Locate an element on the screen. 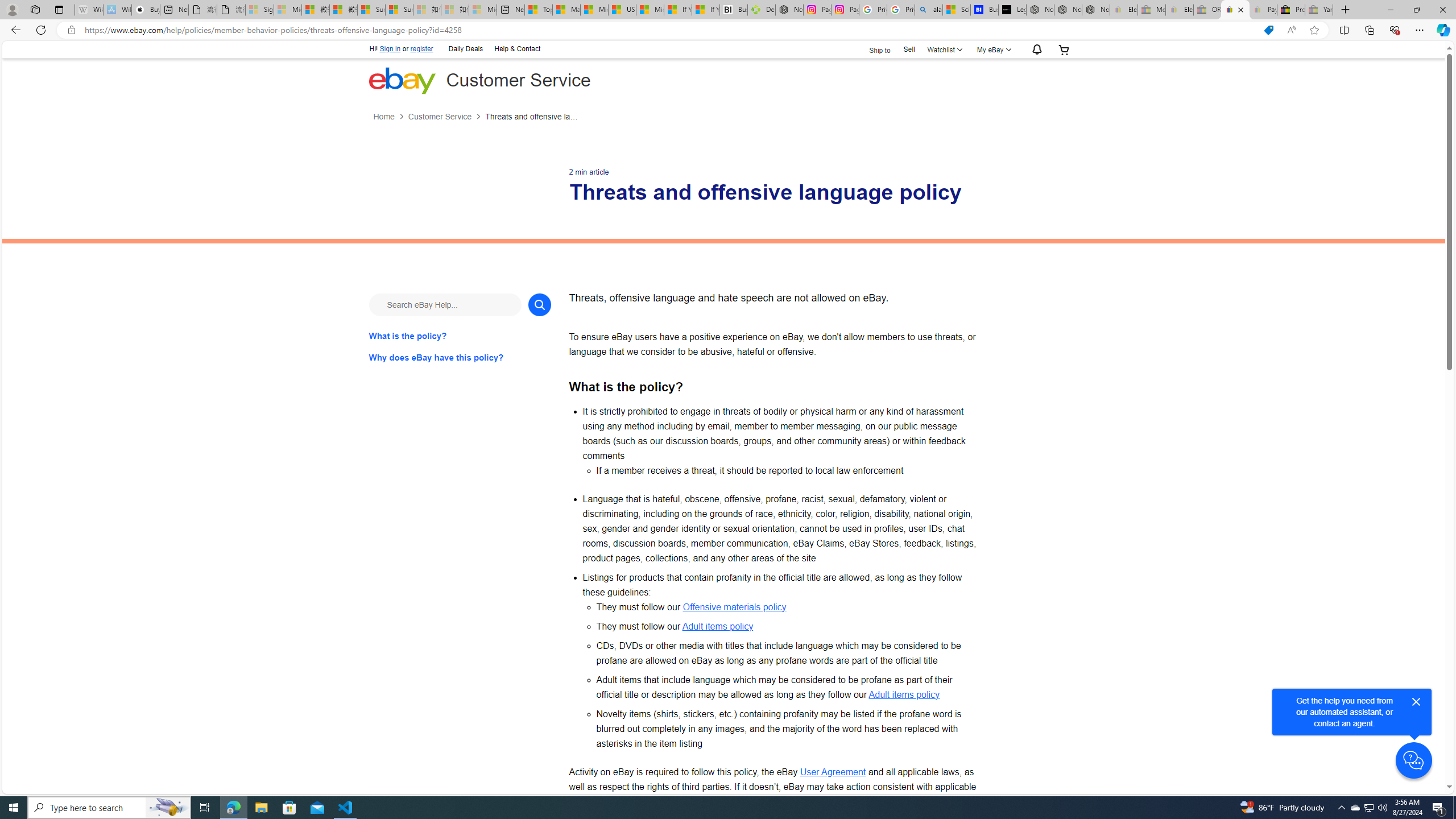 The height and width of the screenshot is (819, 1456). 'Settings and more (Alt+F)' is located at coordinates (1419, 29).